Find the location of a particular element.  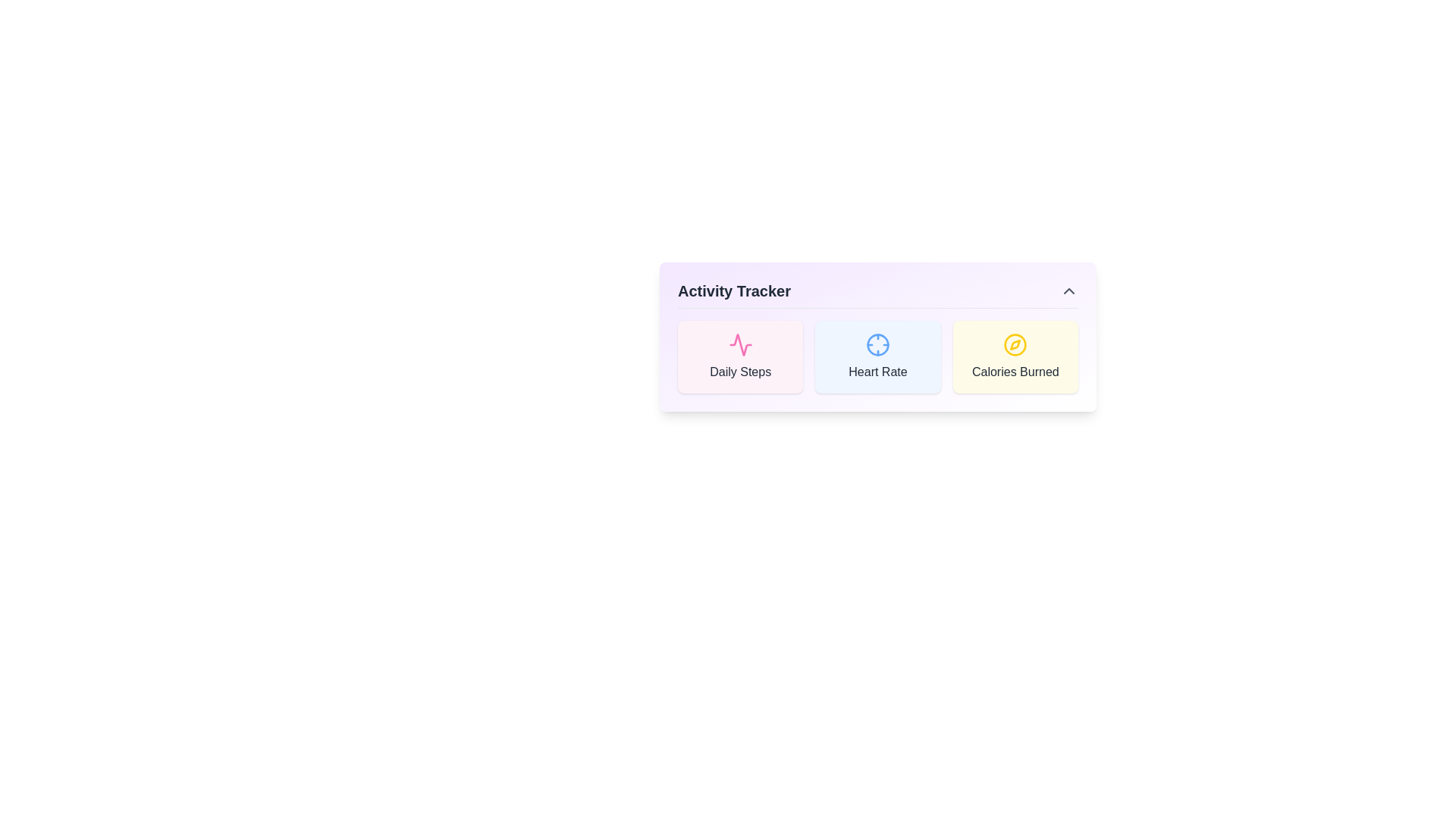

the 'Heart Rate' card, which is the second card in a row of three under the 'Activity Tracker' title, positioned between the 'Daily Steps' card and the 'Calories Burned' card is located at coordinates (877, 356).